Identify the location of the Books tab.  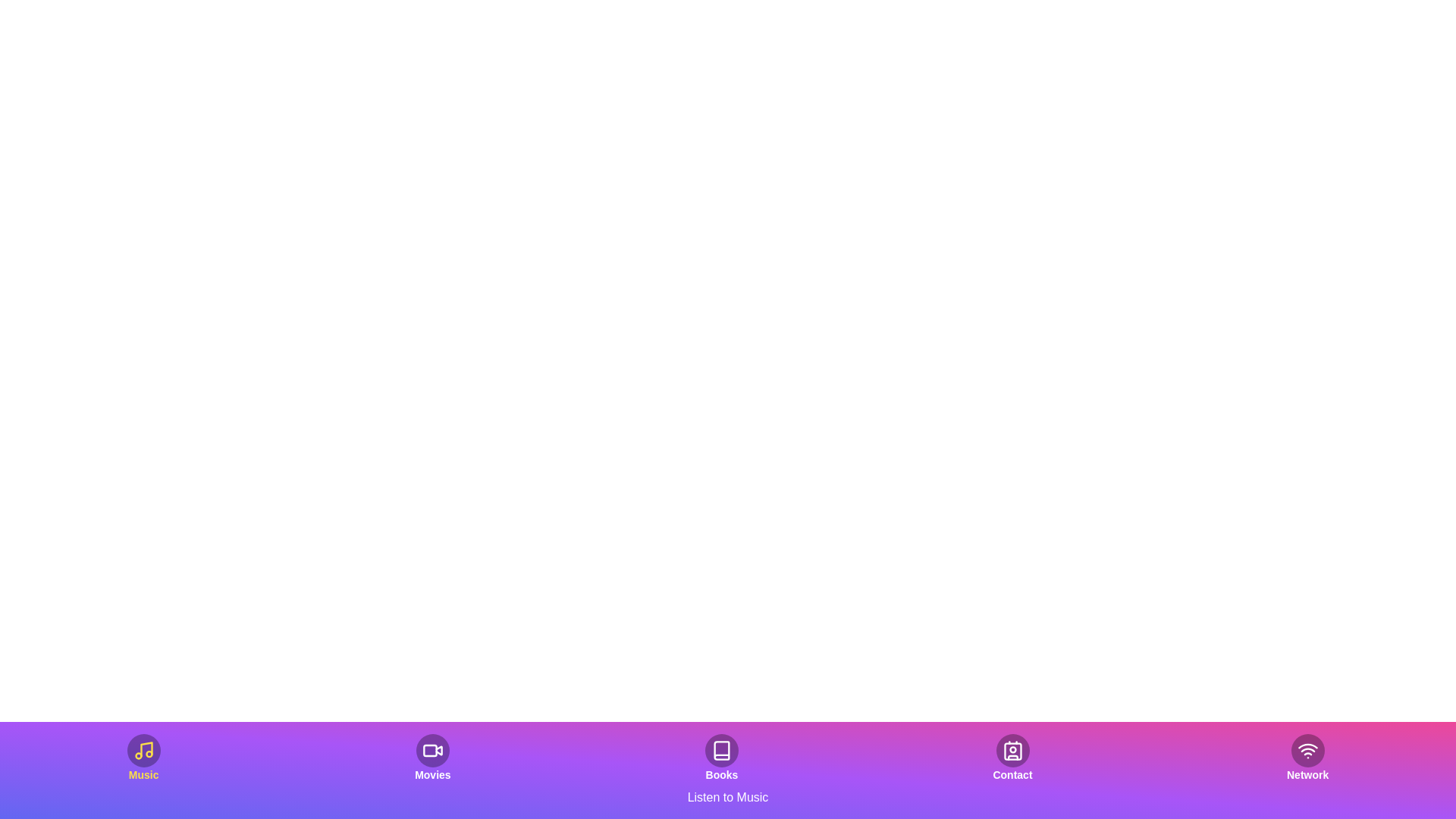
(720, 758).